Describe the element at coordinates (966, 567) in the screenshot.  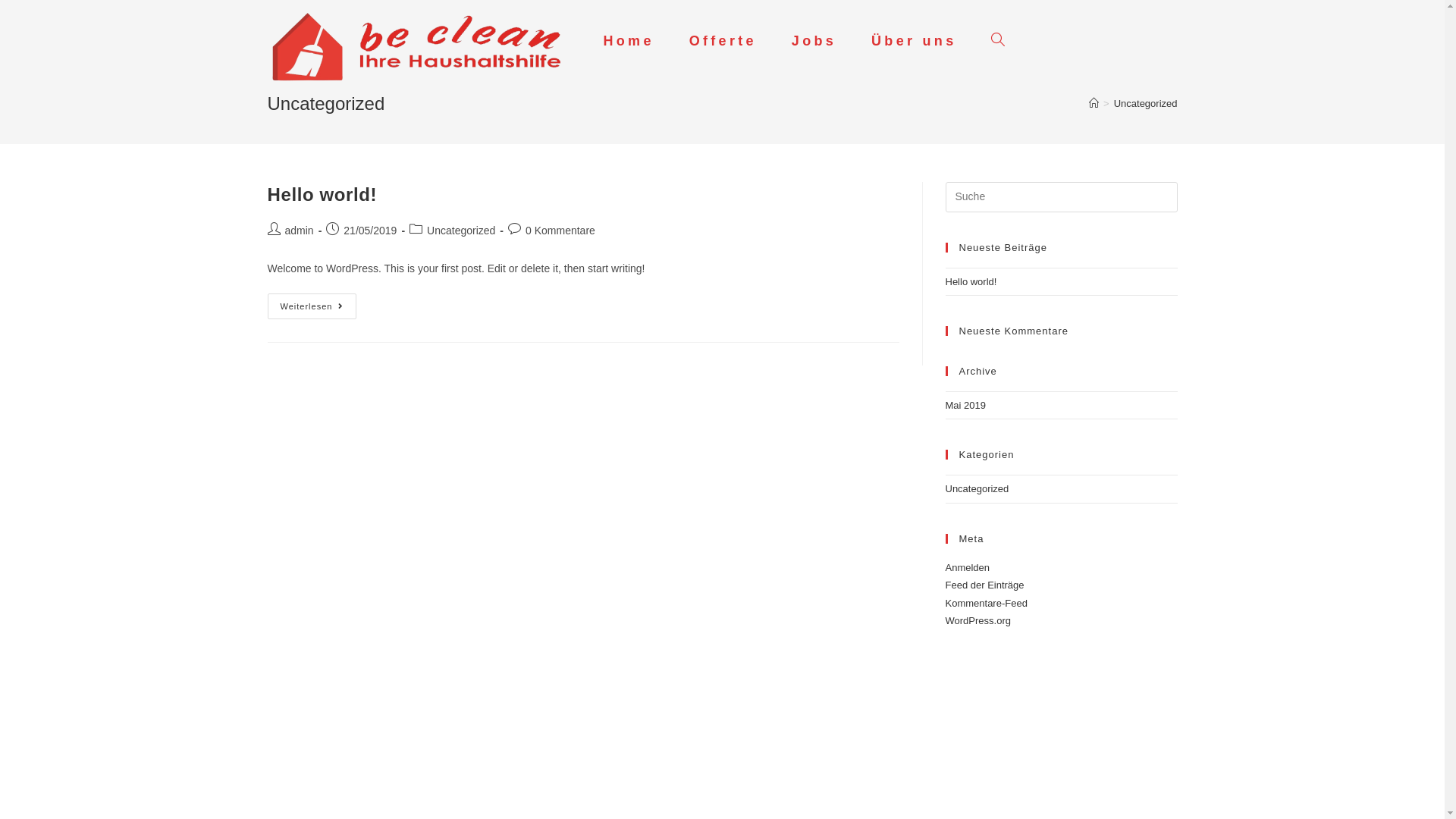
I see `'Anmelden'` at that location.